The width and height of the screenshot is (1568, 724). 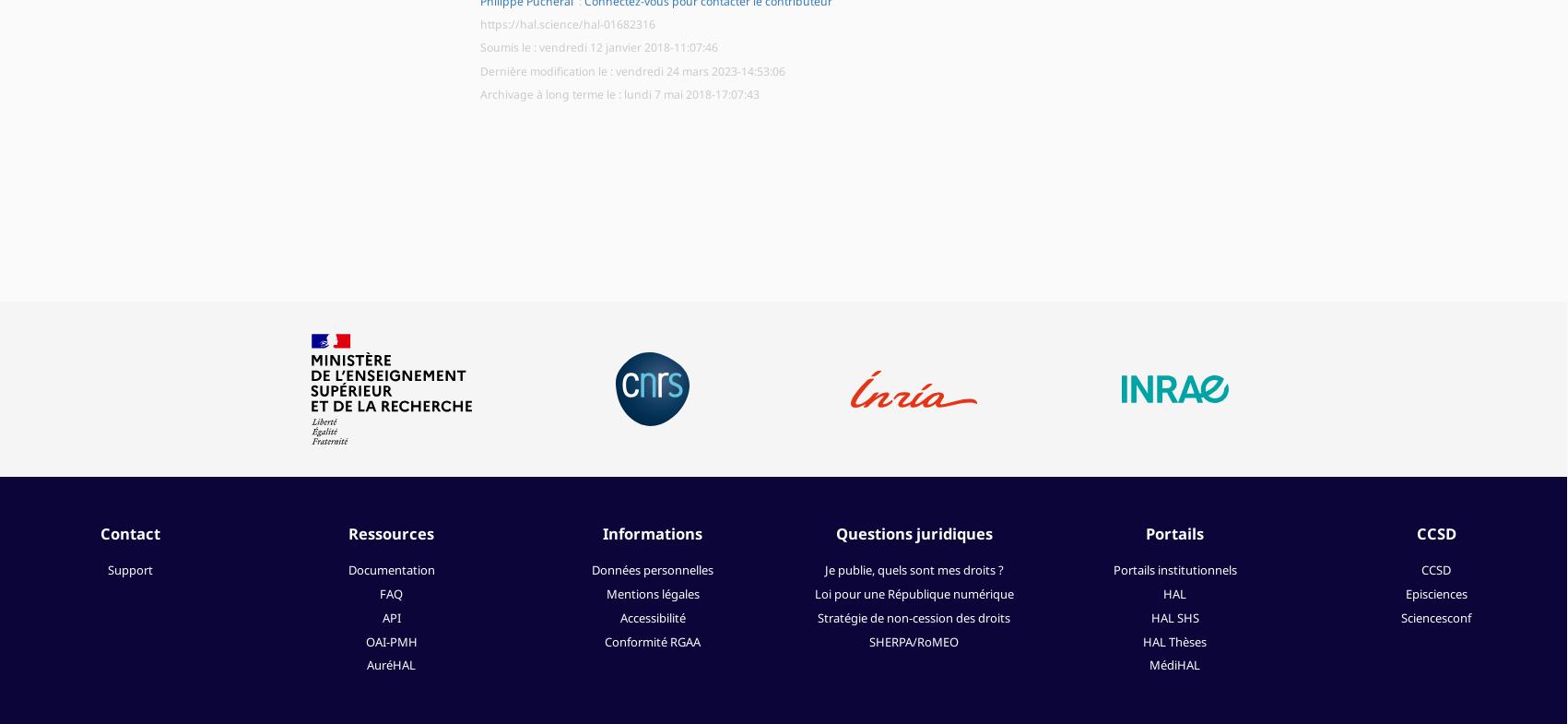 What do you see at coordinates (914, 616) in the screenshot?
I see `'Stratégie de non-cession des droits'` at bounding box center [914, 616].